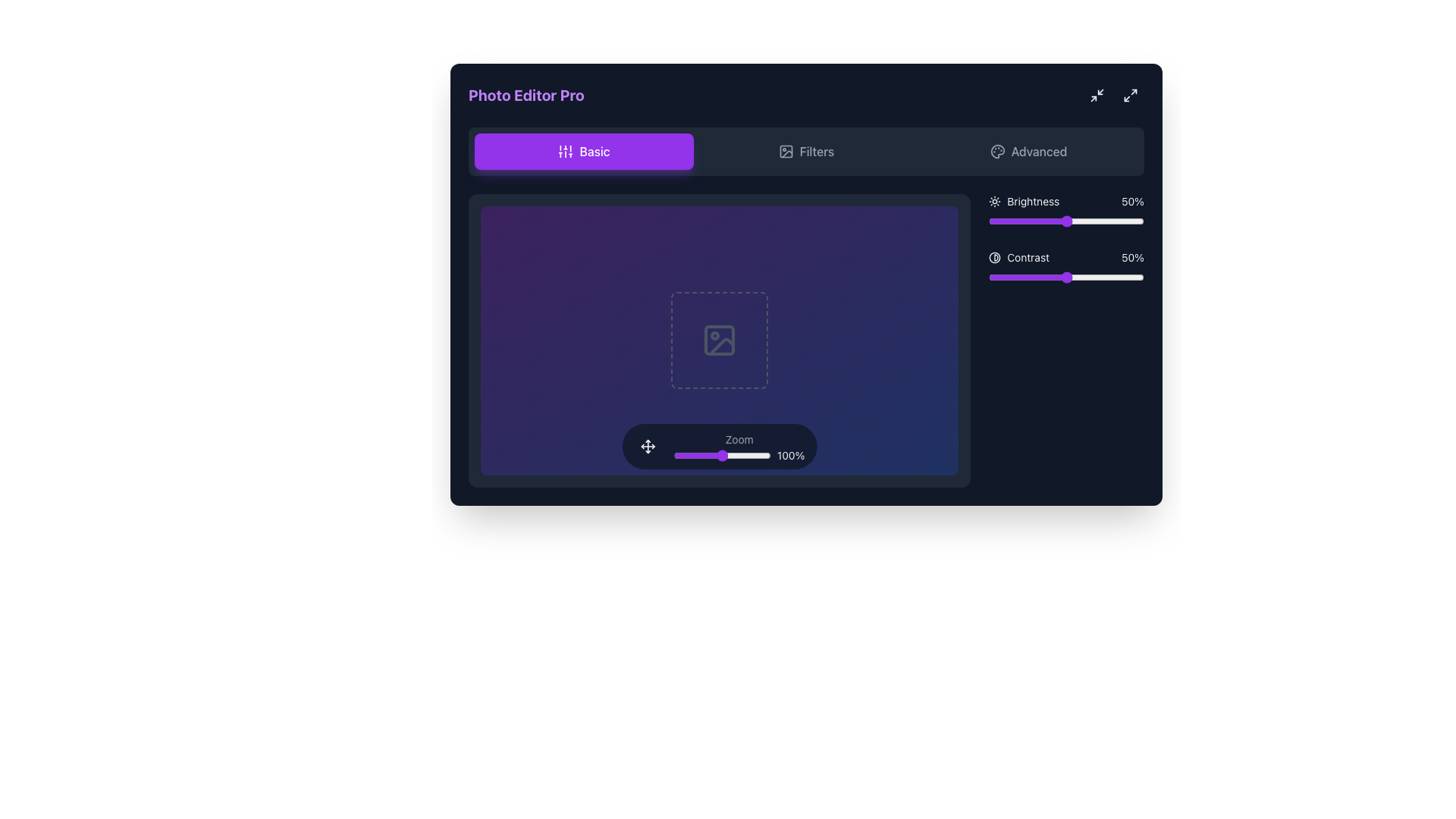  Describe the element at coordinates (1100, 221) in the screenshot. I see `slider value` at that location.